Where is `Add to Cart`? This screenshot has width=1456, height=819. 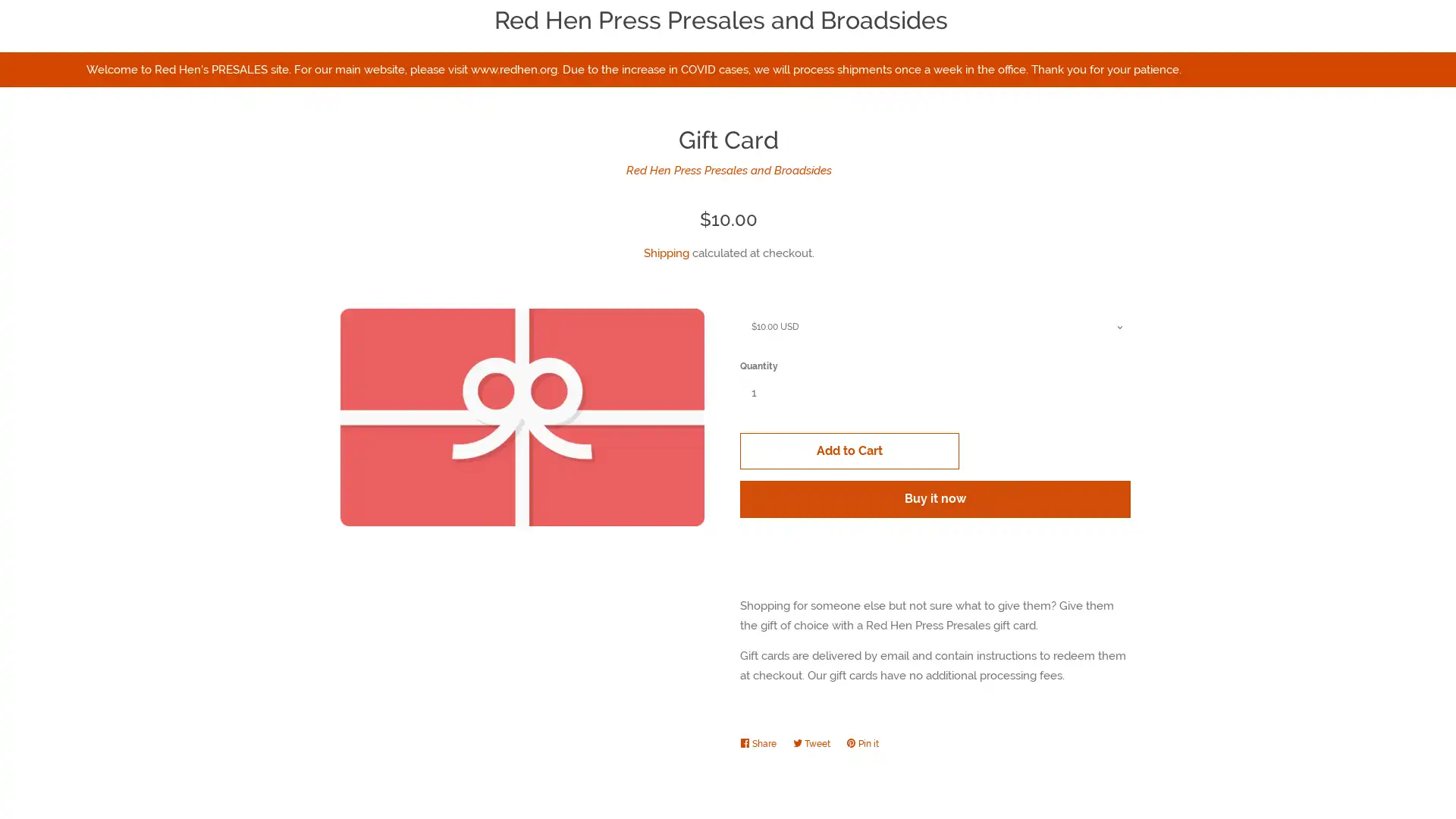 Add to Cart is located at coordinates (1029, 397).